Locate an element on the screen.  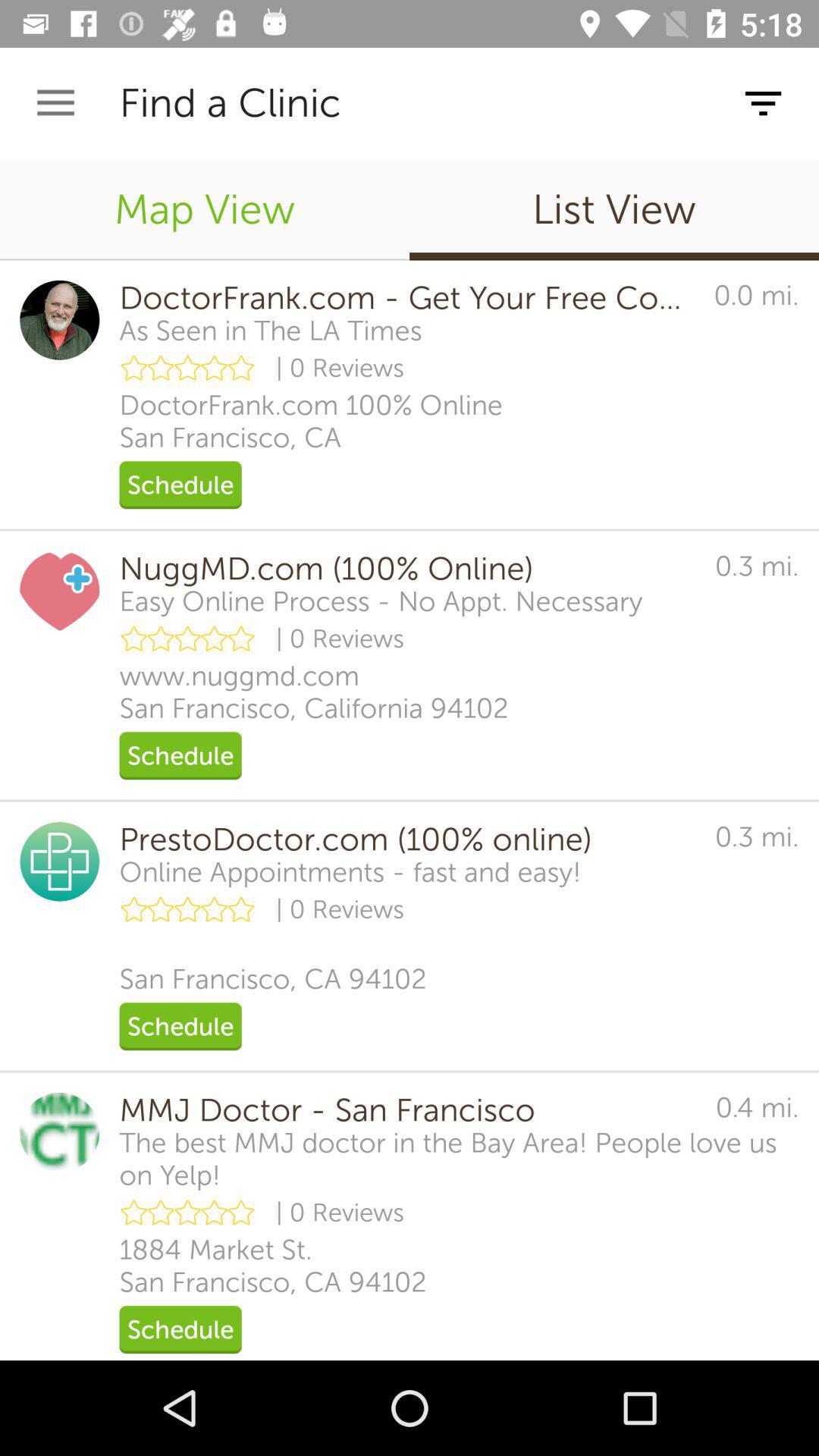
icon above | 0 reviews is located at coordinates (270, 330).